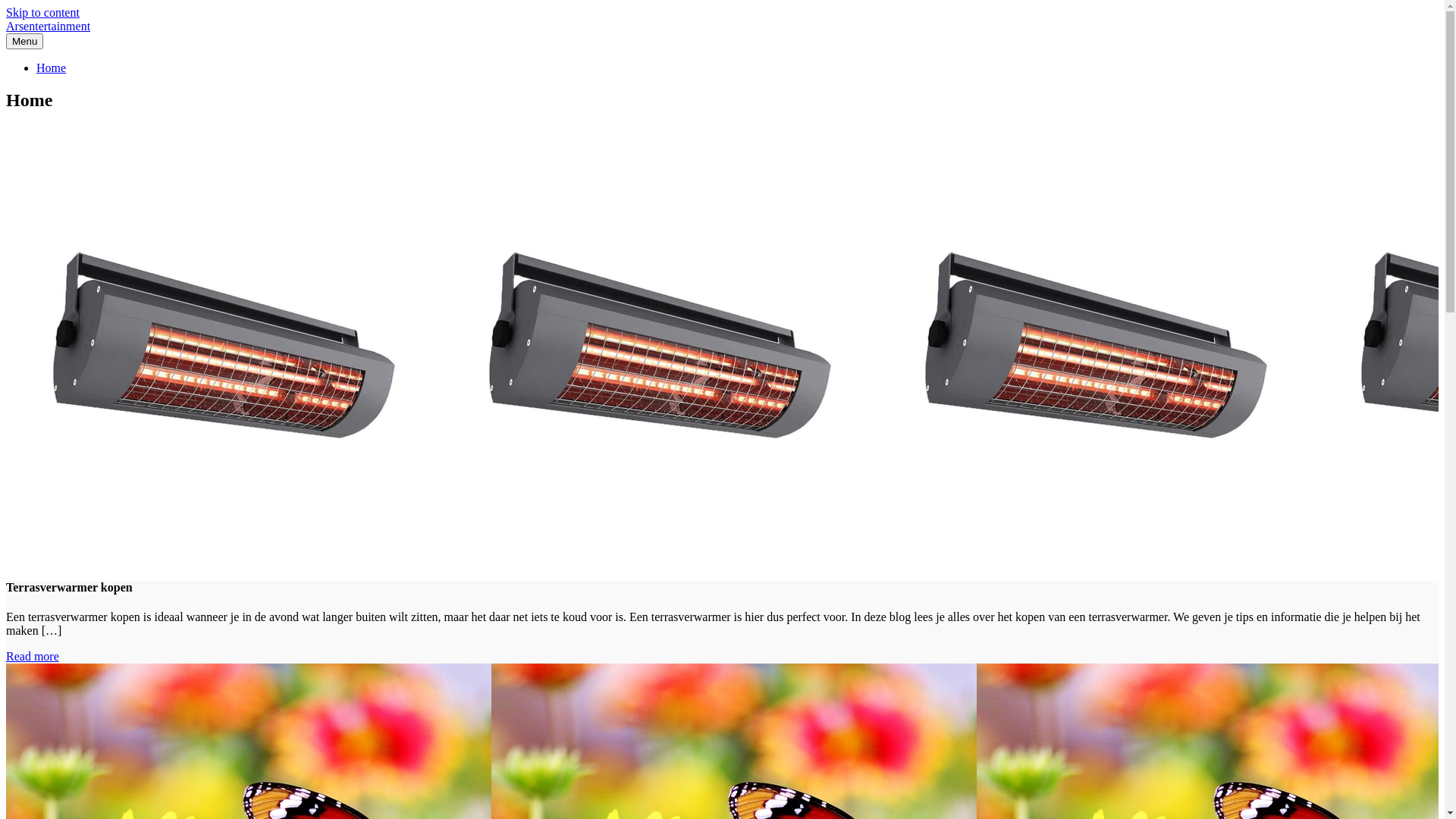 The width and height of the screenshot is (1456, 819). Describe the element at coordinates (33, 655) in the screenshot. I see `'Read more'` at that location.